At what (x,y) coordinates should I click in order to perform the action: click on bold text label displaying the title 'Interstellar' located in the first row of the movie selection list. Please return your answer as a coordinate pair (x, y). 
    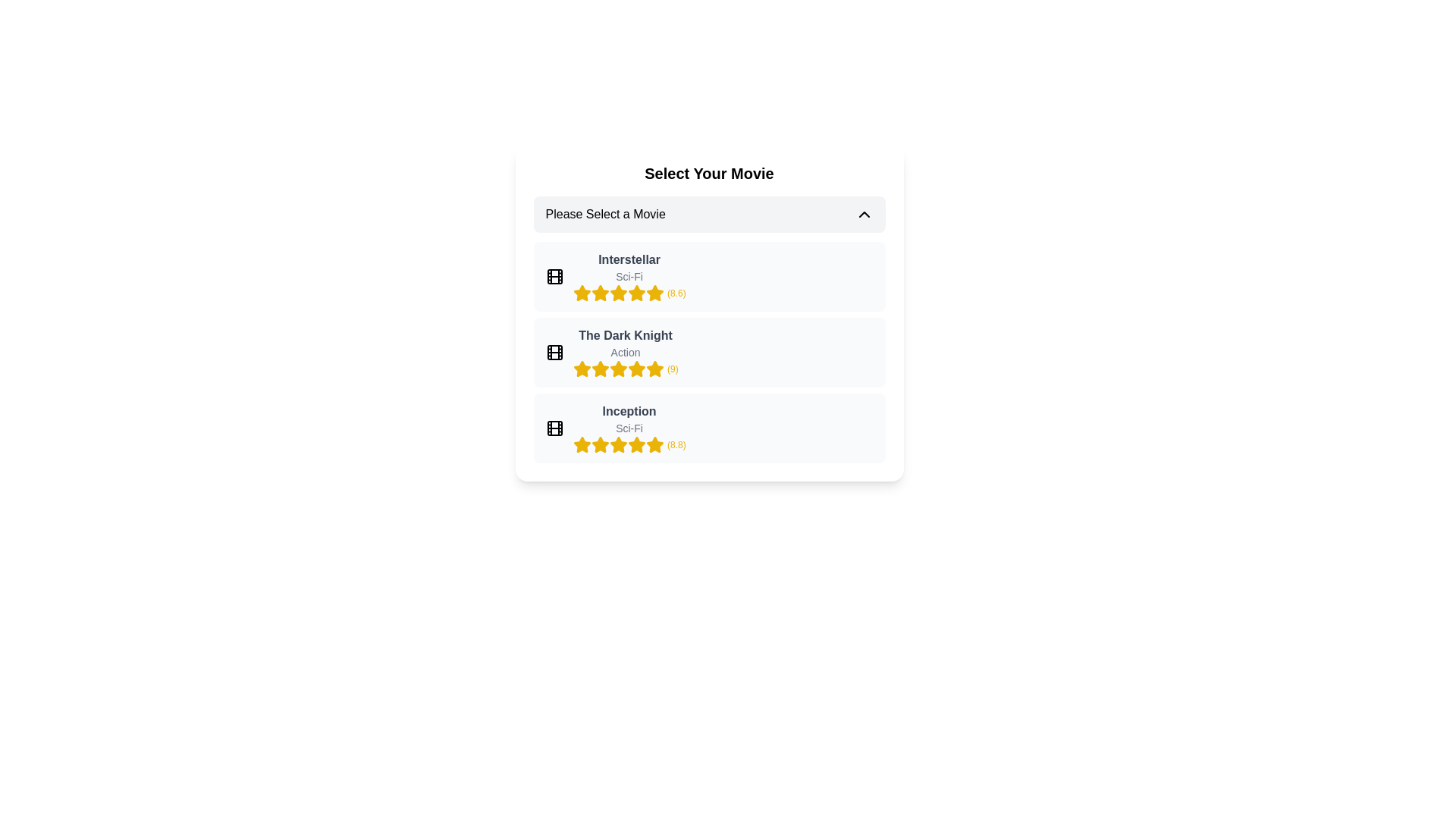
    Looking at the image, I should click on (629, 259).